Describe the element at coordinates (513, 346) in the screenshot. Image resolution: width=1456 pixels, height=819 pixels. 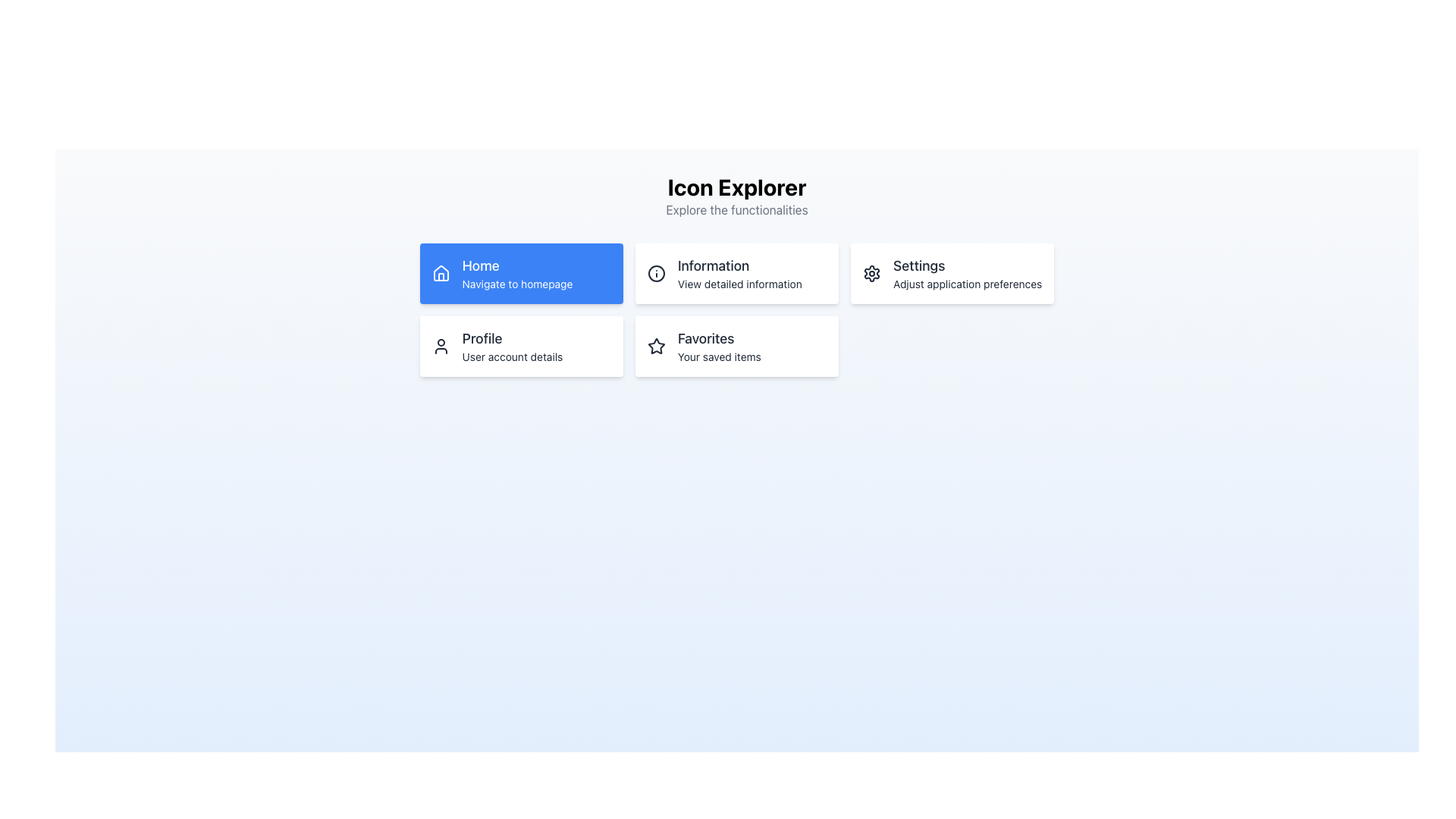
I see `the text block that contains the title 'Profile' and subtitle 'User account details', located in the second row, first column of the layout, to the right of the user icon` at that location.